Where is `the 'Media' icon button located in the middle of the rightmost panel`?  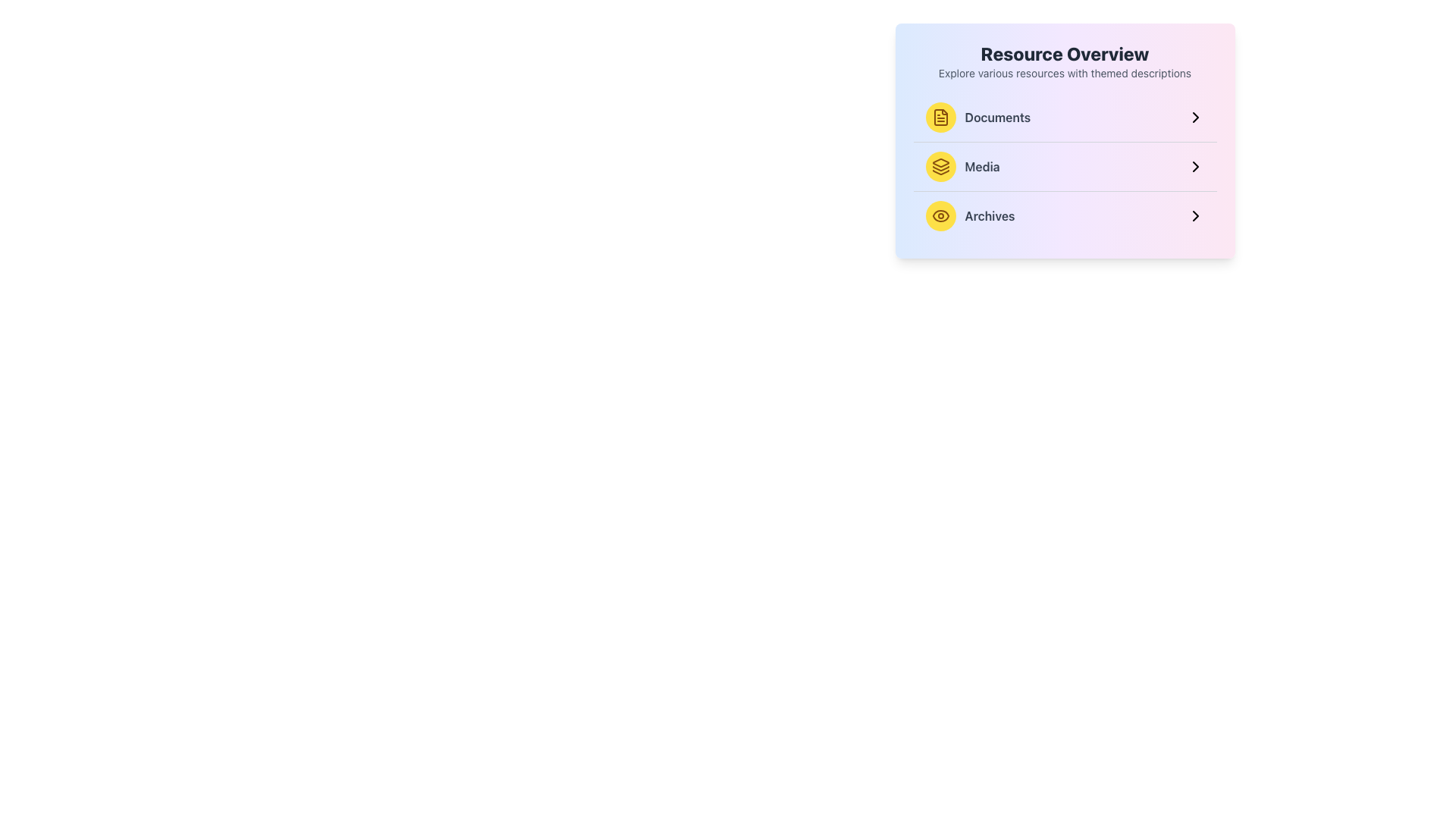
the 'Media' icon button located in the middle of the rightmost panel is located at coordinates (940, 166).